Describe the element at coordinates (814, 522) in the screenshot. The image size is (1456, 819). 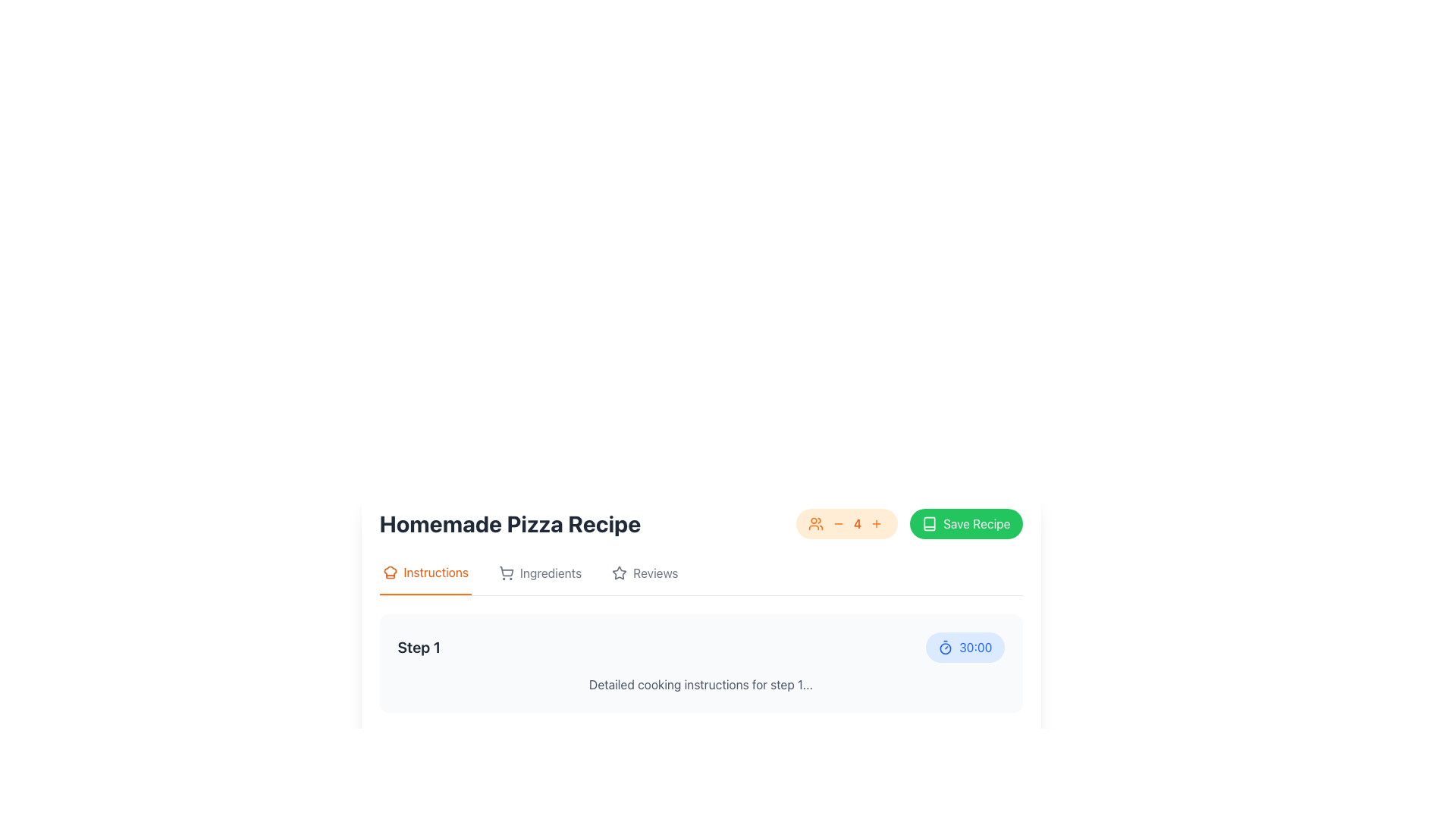
I see `the user-related data icon located between the decrement button and the numeric label '4' in the upper right section of the page interface` at that location.